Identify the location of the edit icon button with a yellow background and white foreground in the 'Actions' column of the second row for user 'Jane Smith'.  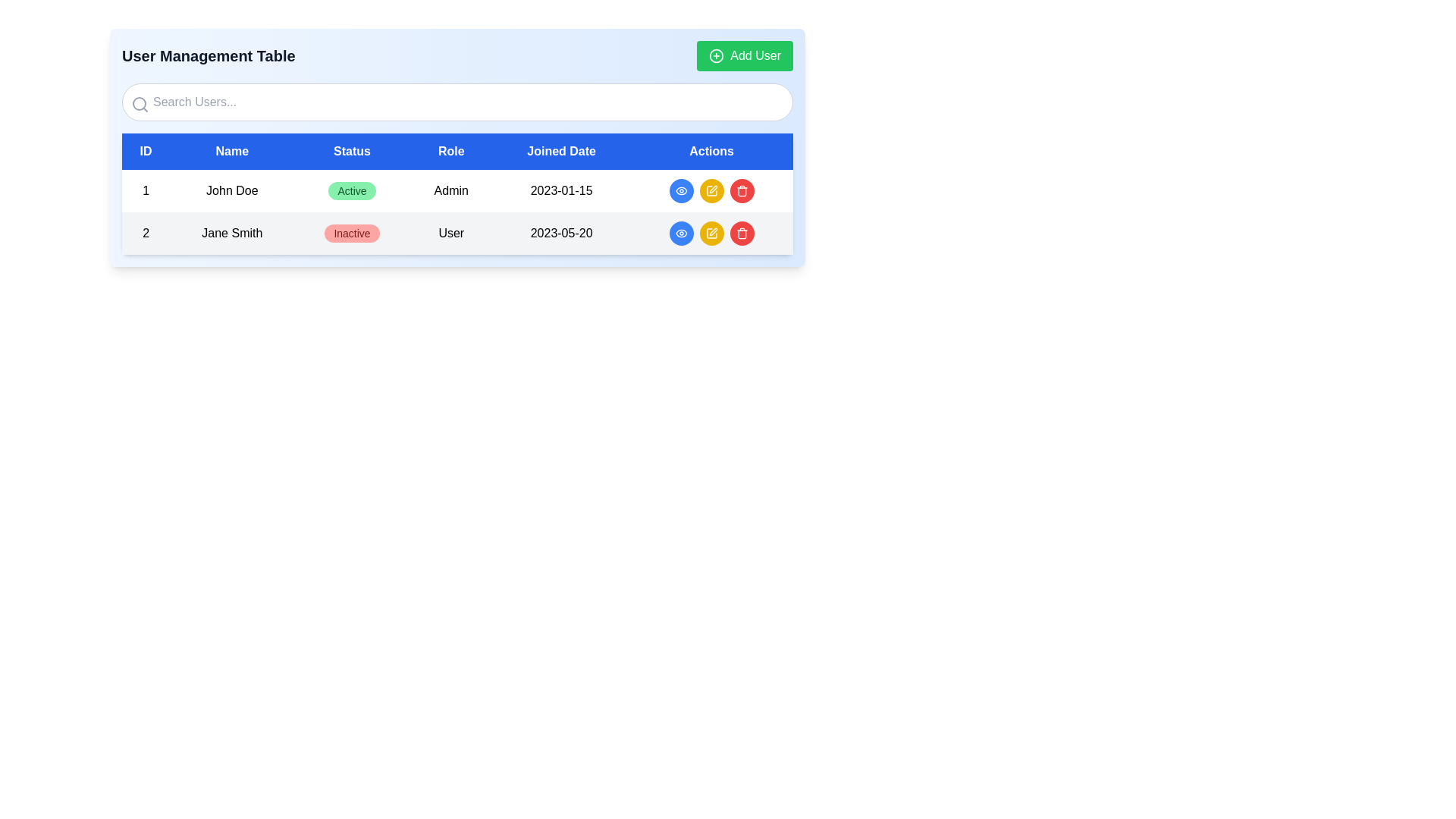
(711, 190).